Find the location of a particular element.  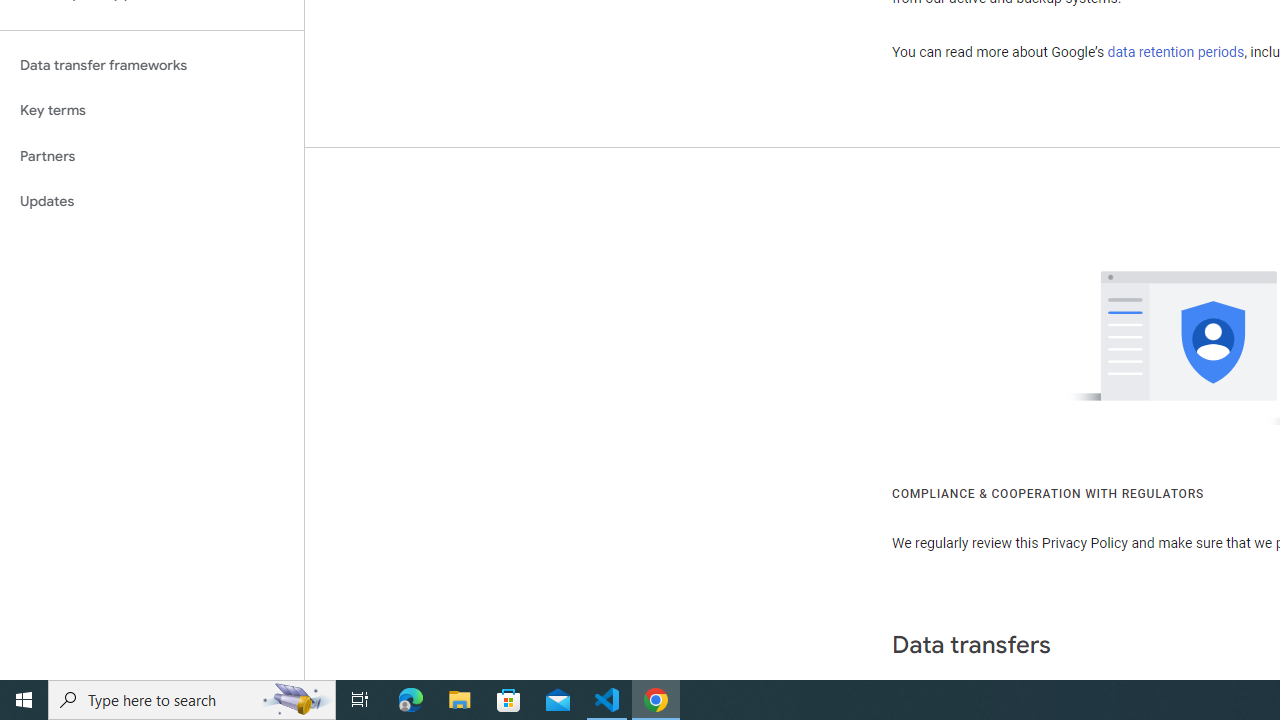

'data retention periods' is located at coordinates (1176, 51).